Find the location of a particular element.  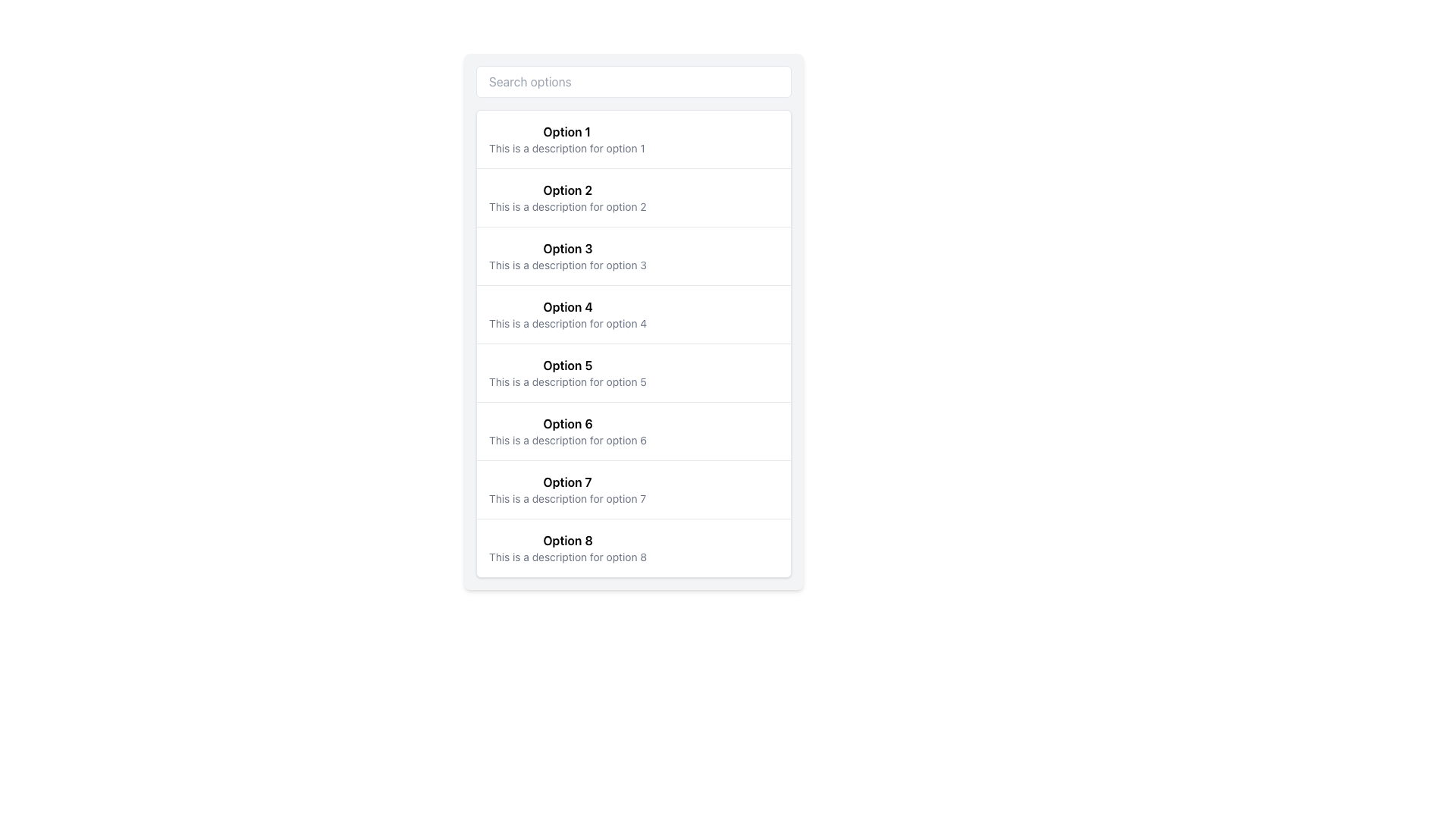

the text label indicating the title of the fourth selectable option within the vertical list, which serves as a reference for the user is located at coordinates (567, 307).